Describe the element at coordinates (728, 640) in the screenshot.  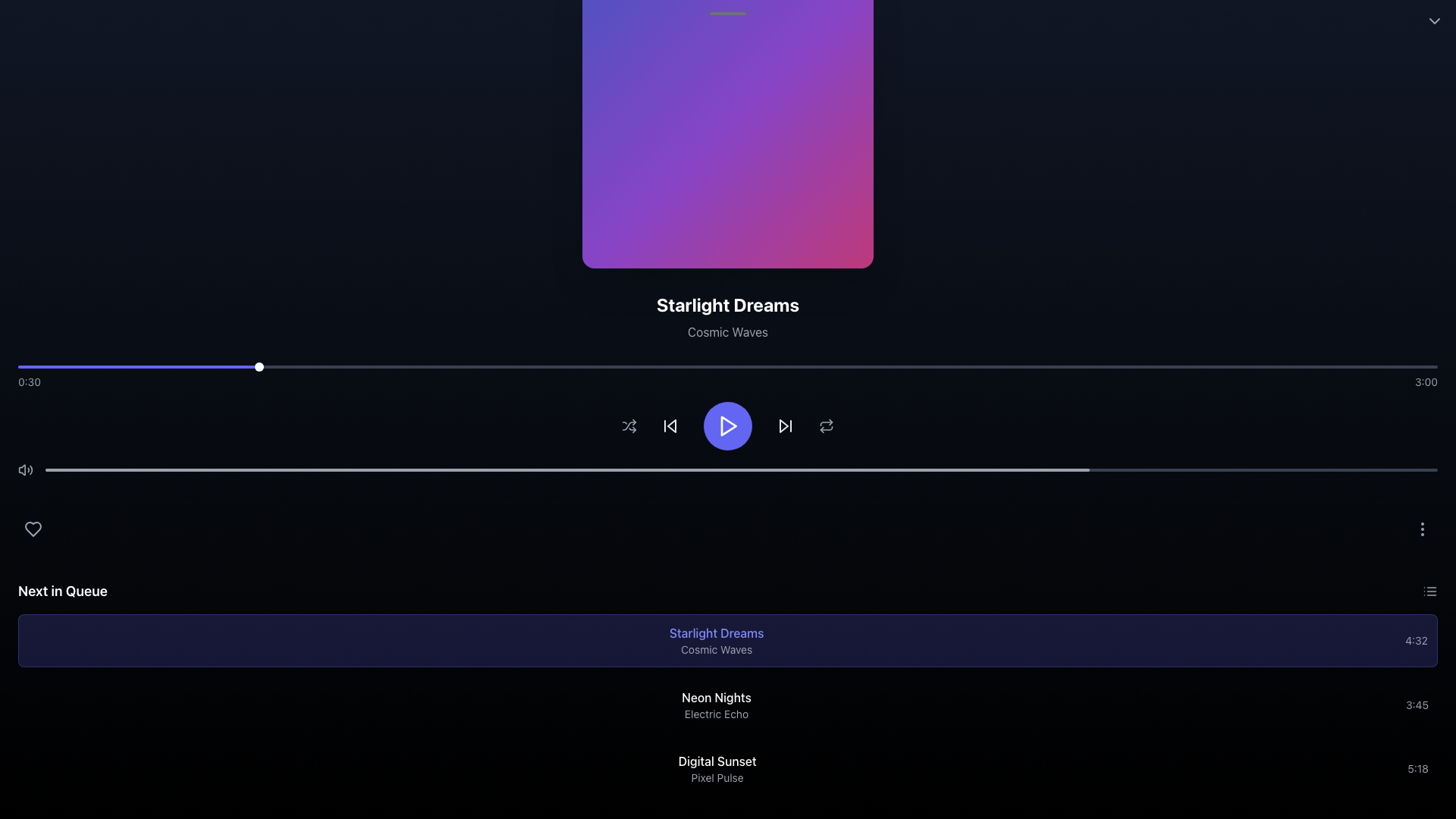
I see `to select the first item card labeled 'Starlight Dreams' in the 'Next in Queue' list` at that location.